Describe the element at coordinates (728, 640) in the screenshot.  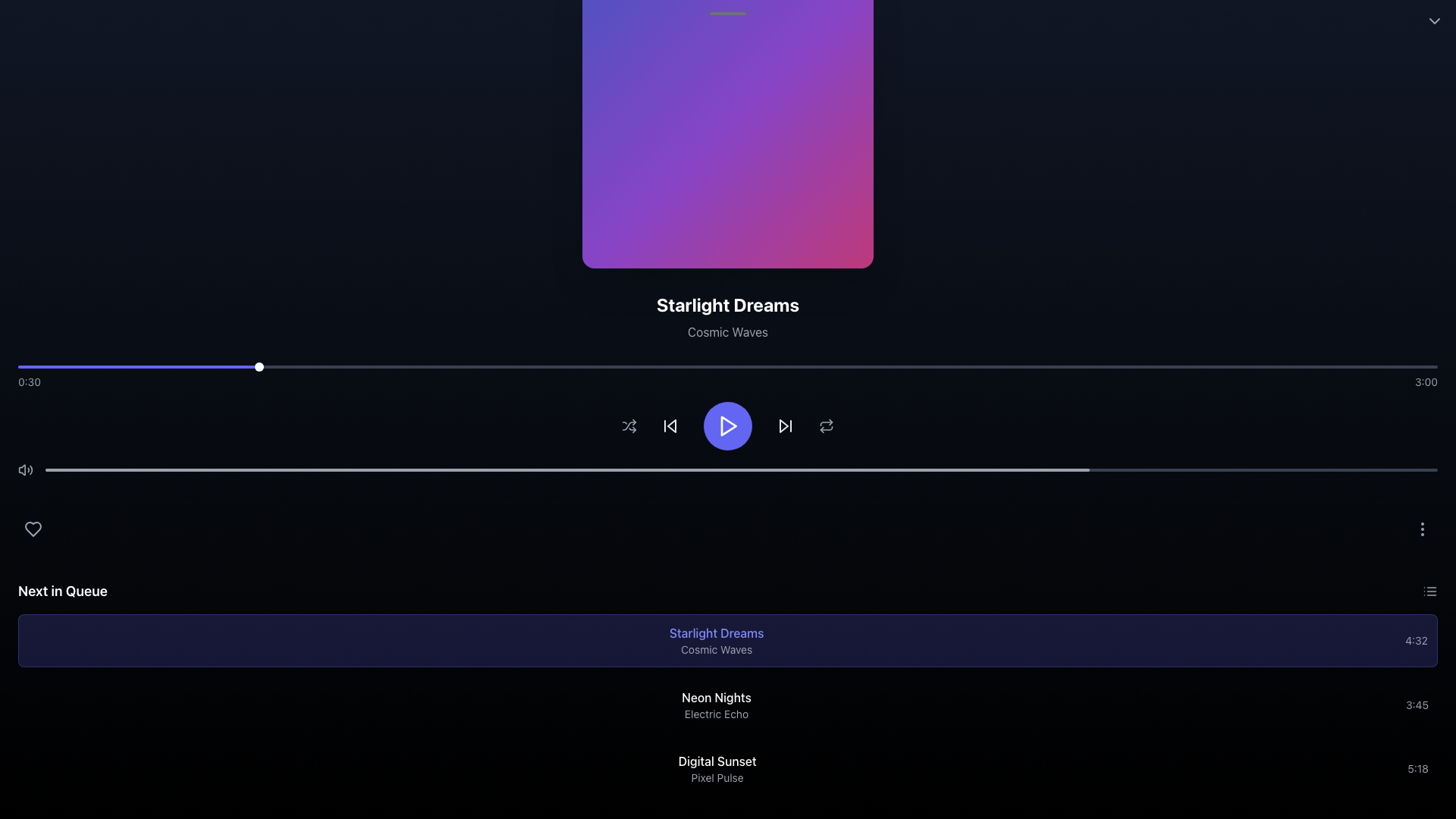
I see `to select the first item card labeled 'Starlight Dreams' in the 'Next in Queue' list` at that location.